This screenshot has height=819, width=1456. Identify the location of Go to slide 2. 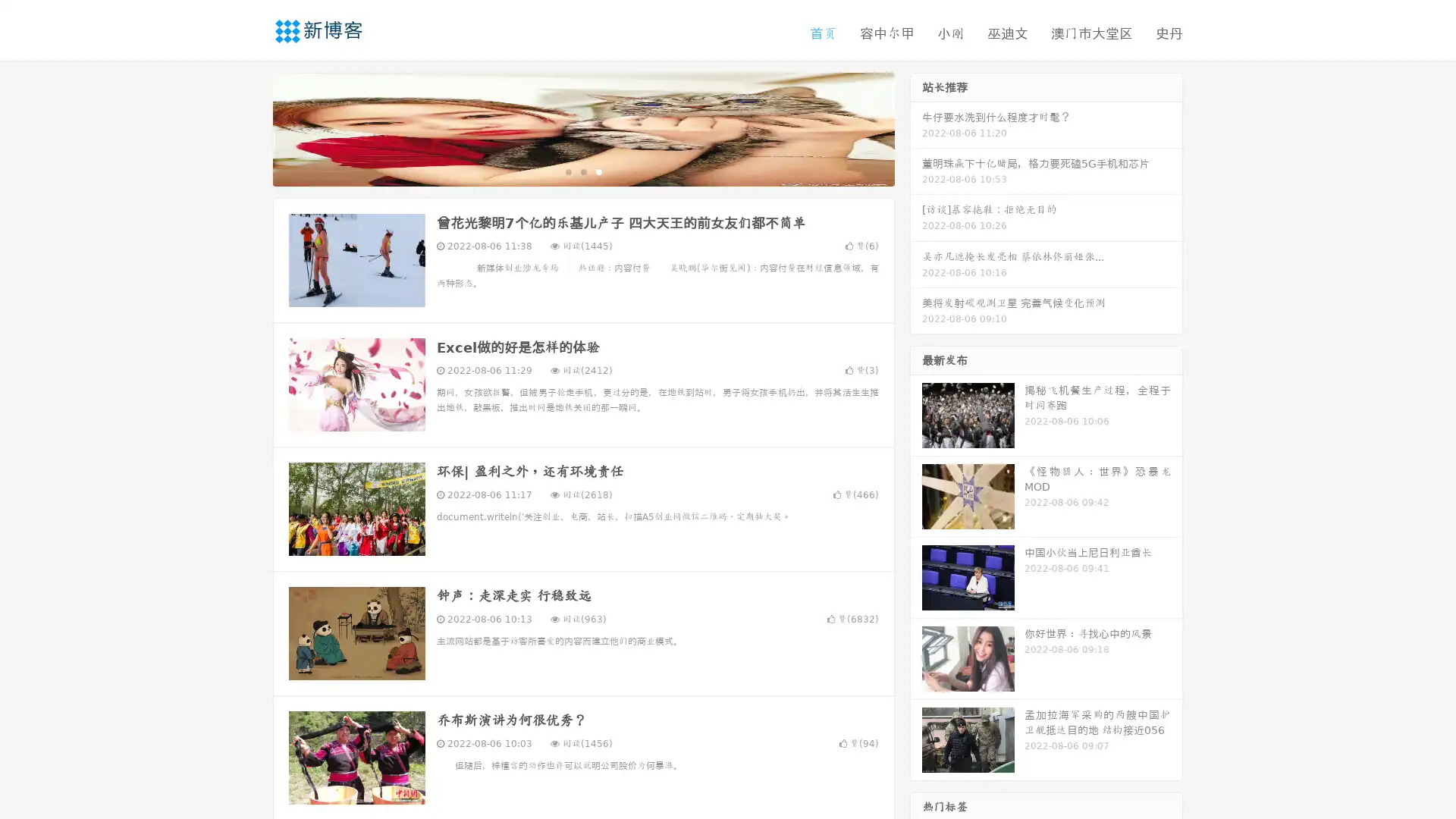
(582, 171).